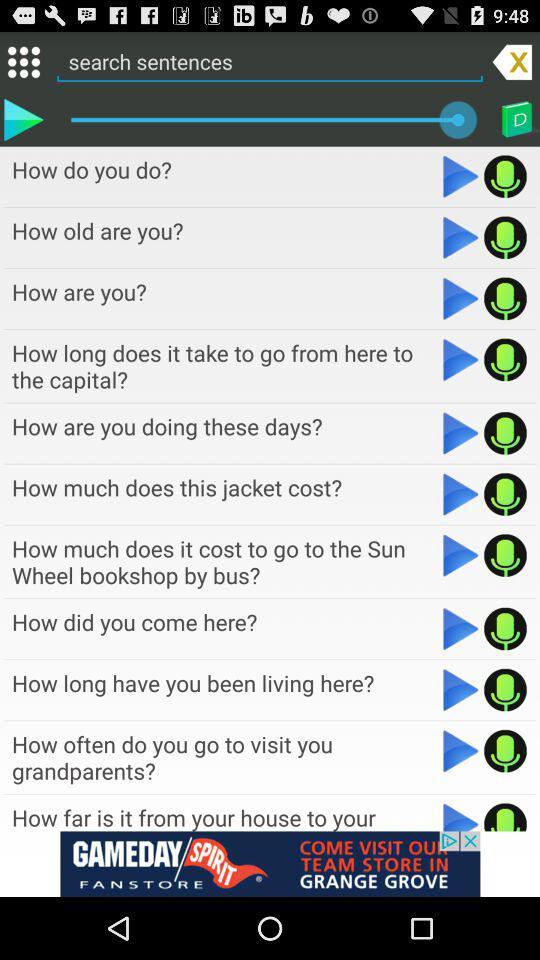  I want to click on the second option in the list, so click(224, 230).